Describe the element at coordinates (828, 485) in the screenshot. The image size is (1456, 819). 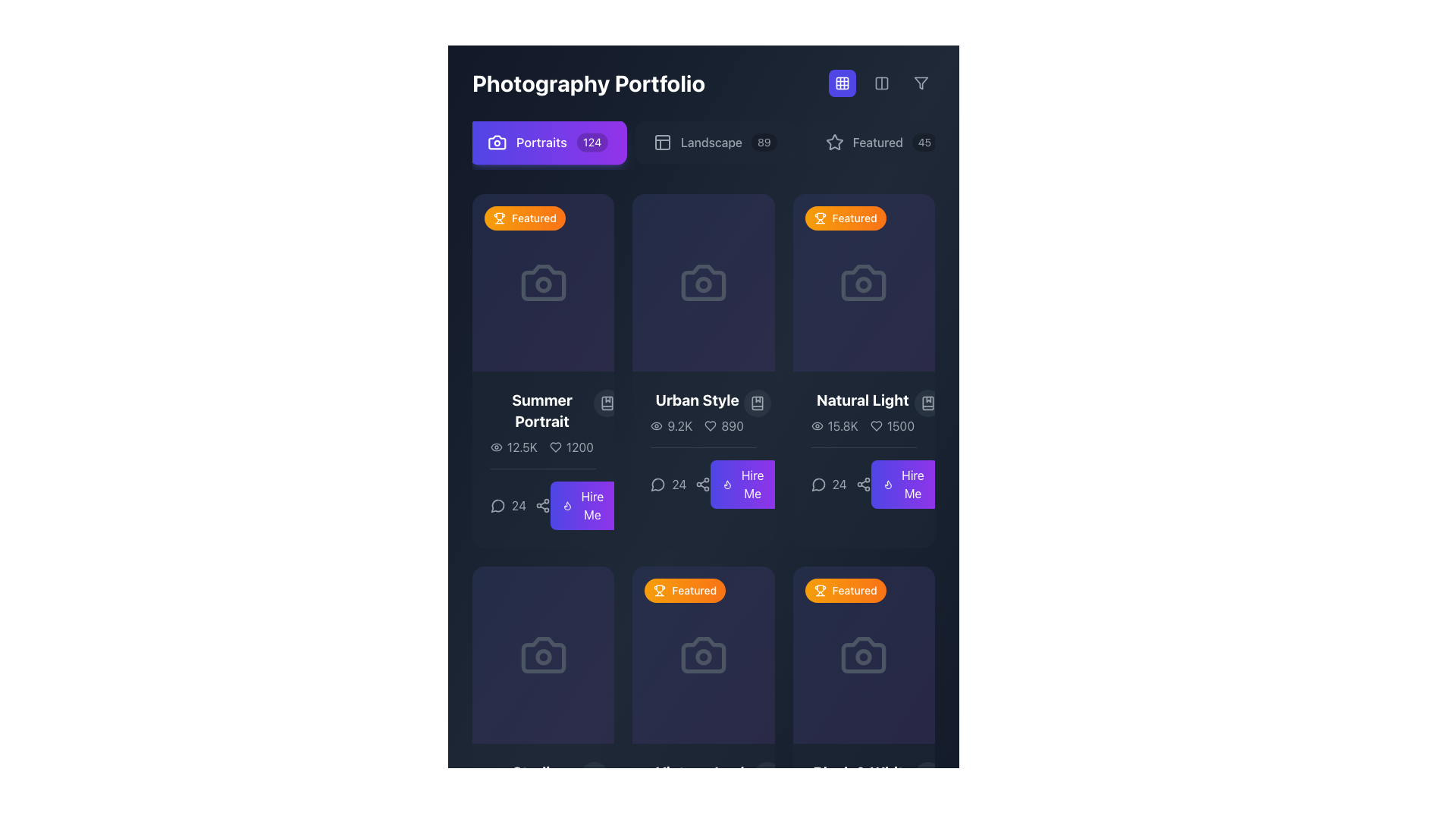
I see `the text displaying the number '24', which is styled in light gray color and located beside a chat bubble icon` at that location.